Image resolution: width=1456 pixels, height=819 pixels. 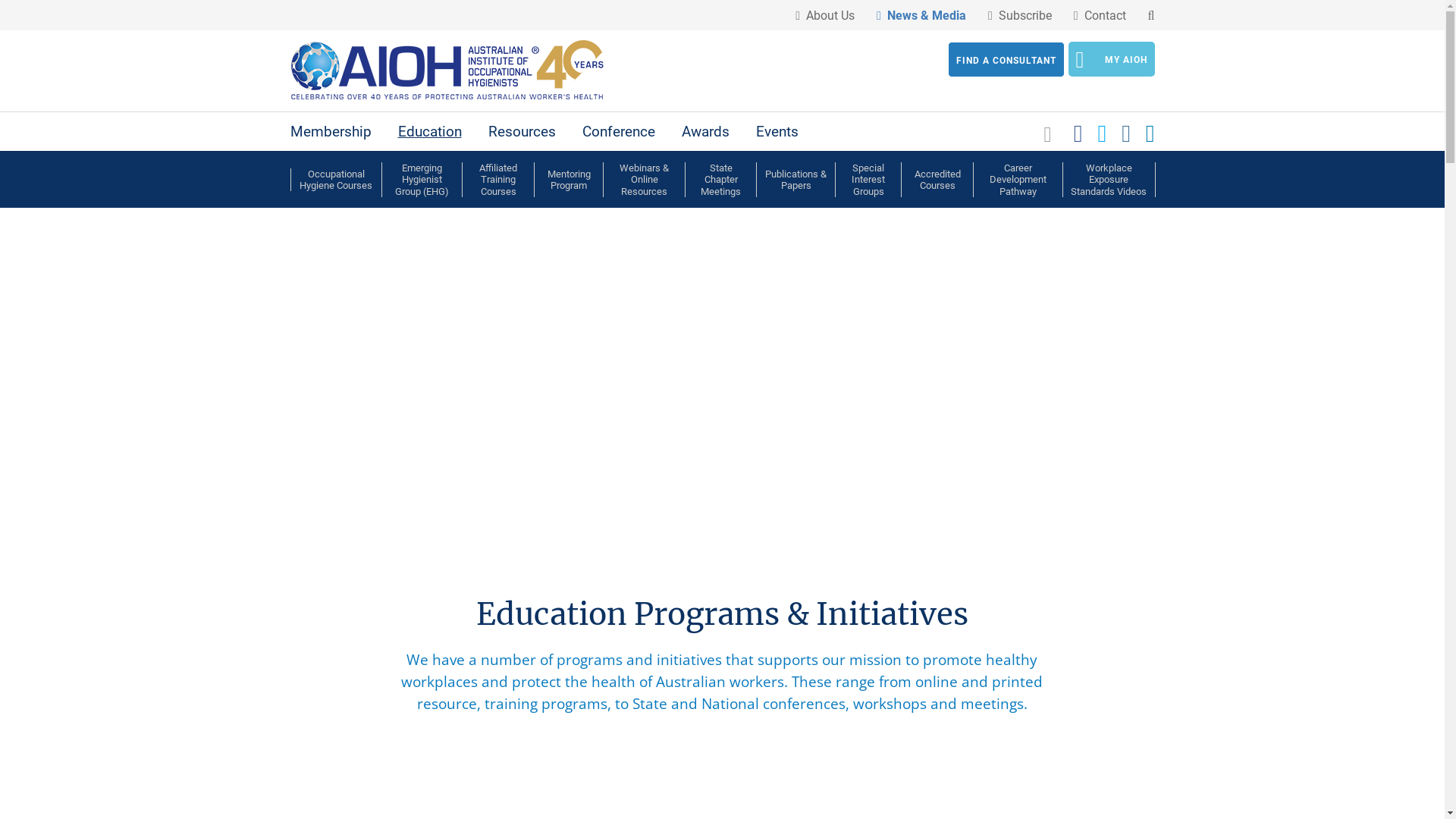 I want to click on 'Events', so click(x=755, y=130).